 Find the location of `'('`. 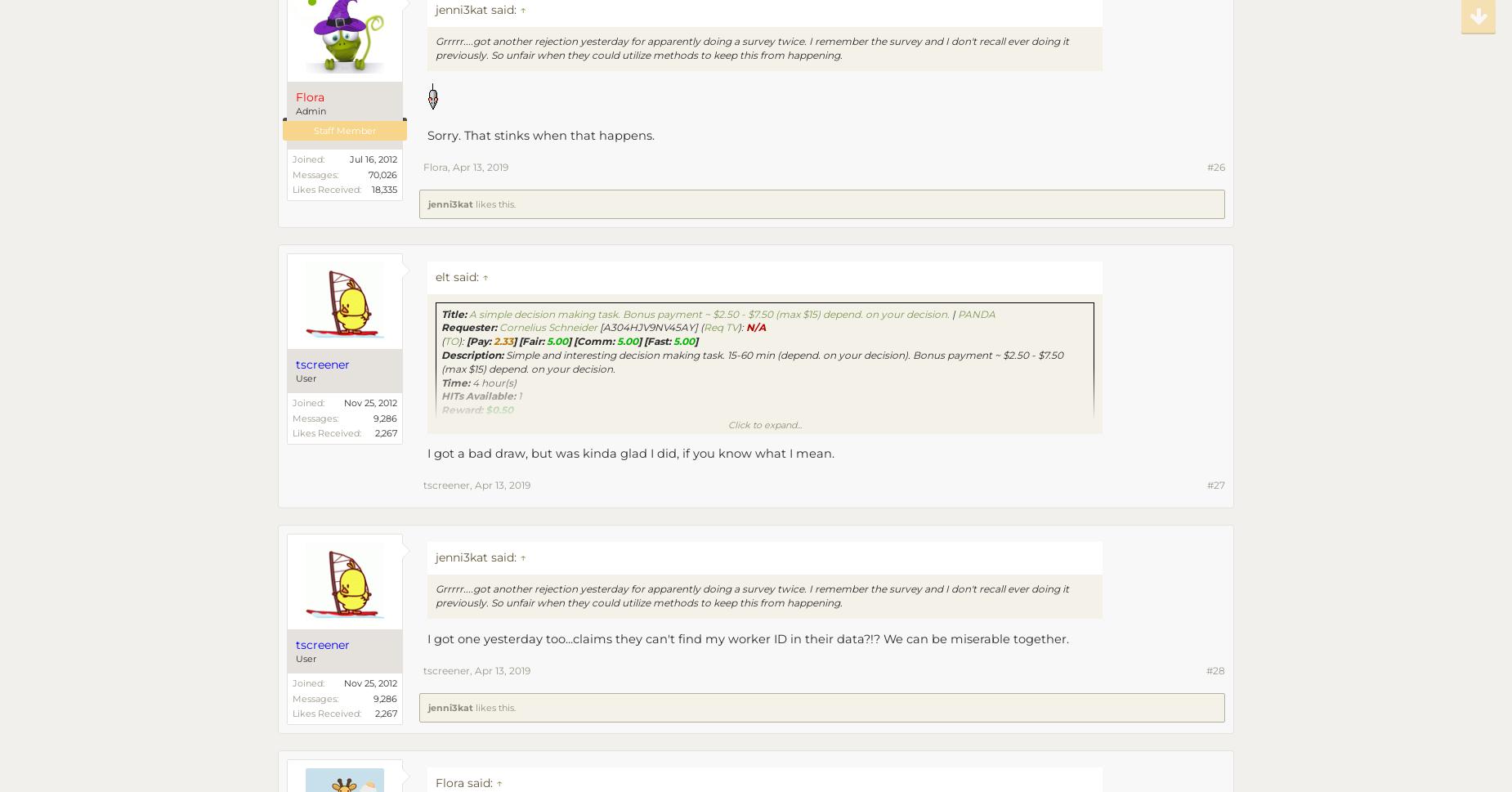

'(' is located at coordinates (443, 340).